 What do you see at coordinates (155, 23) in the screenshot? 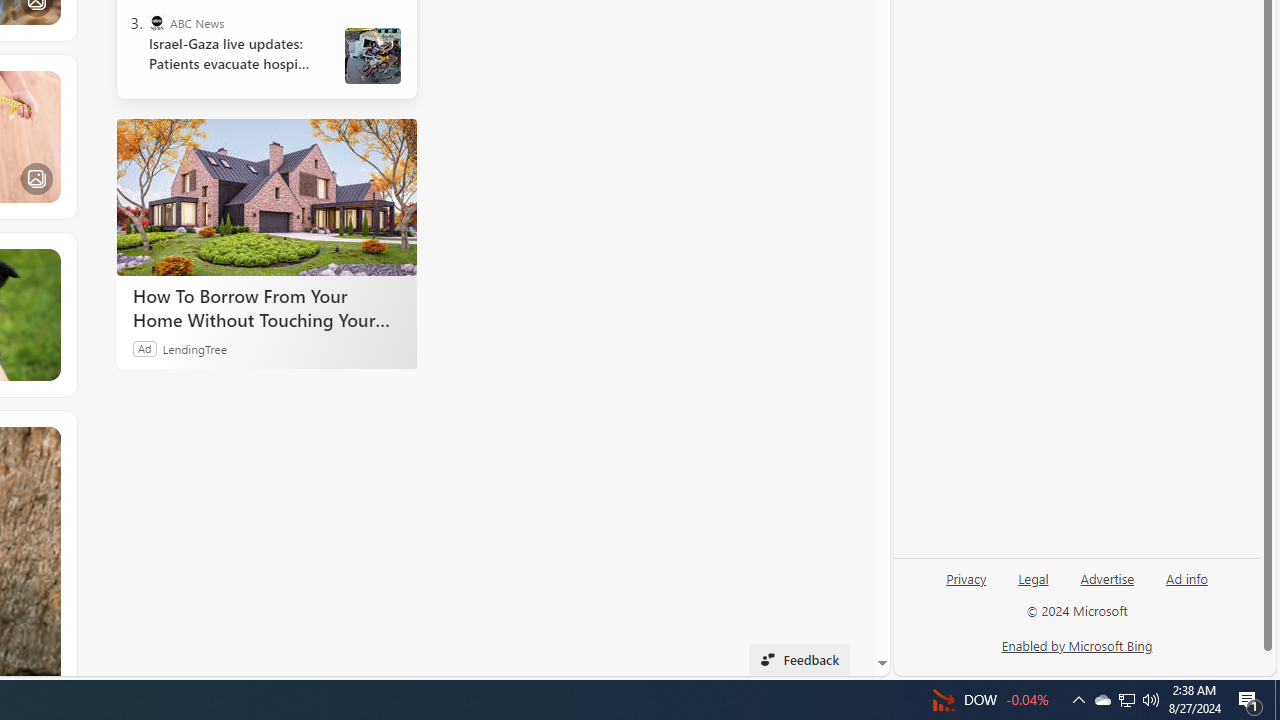
I see `'ABC News'` at bounding box center [155, 23].